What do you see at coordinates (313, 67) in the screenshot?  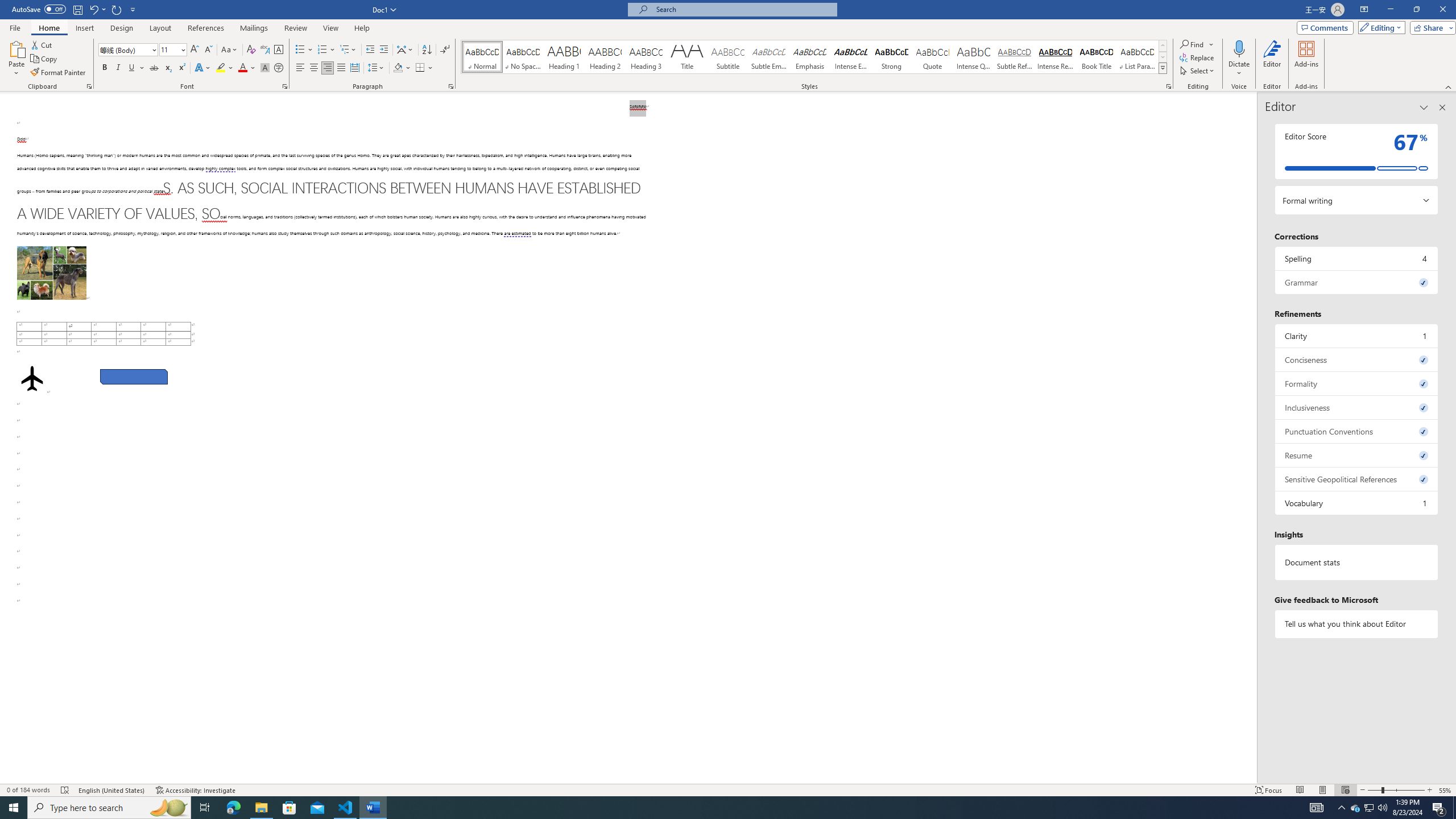 I see `'Center'` at bounding box center [313, 67].